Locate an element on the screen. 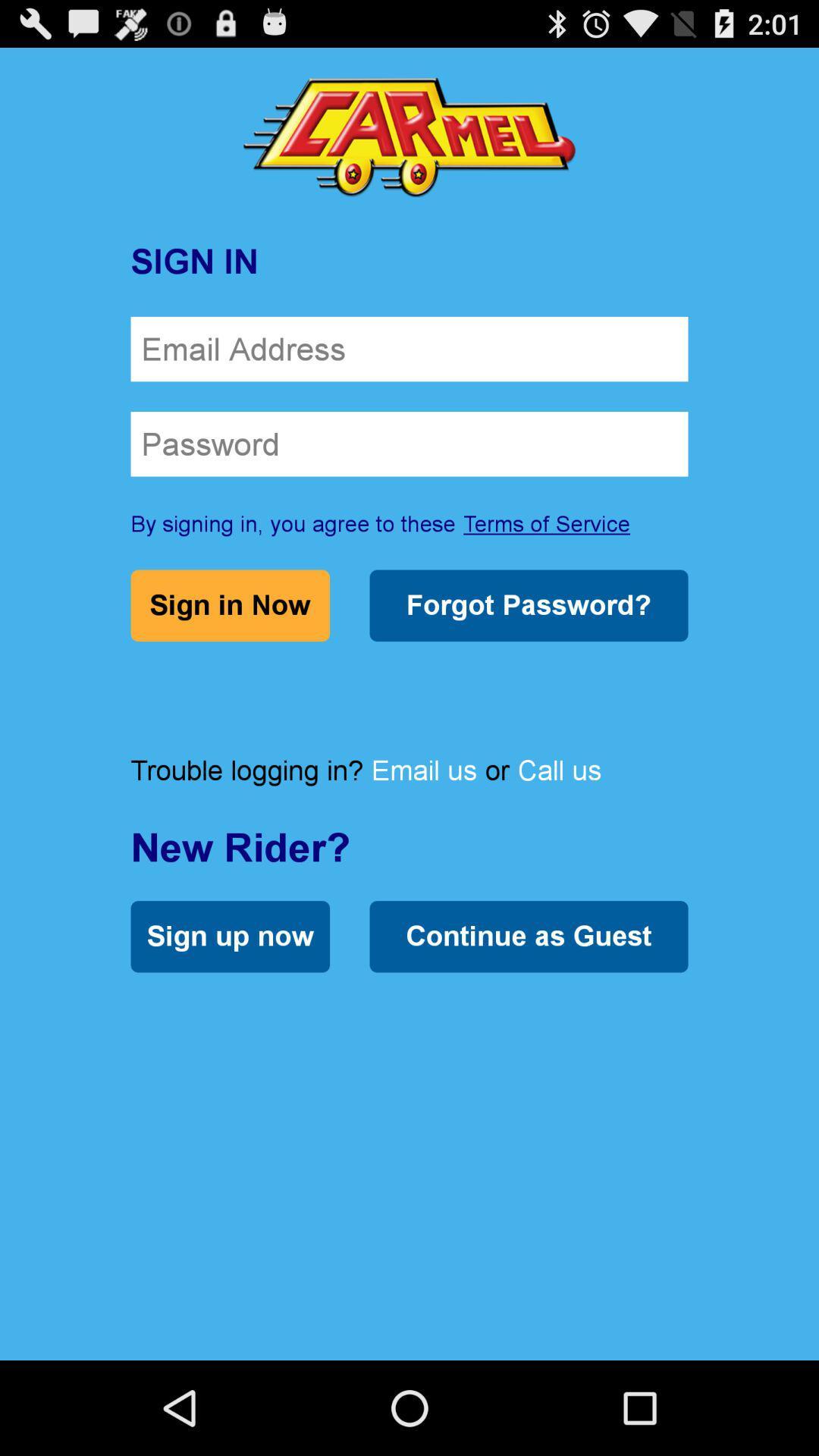  item next to or is located at coordinates (559, 770).